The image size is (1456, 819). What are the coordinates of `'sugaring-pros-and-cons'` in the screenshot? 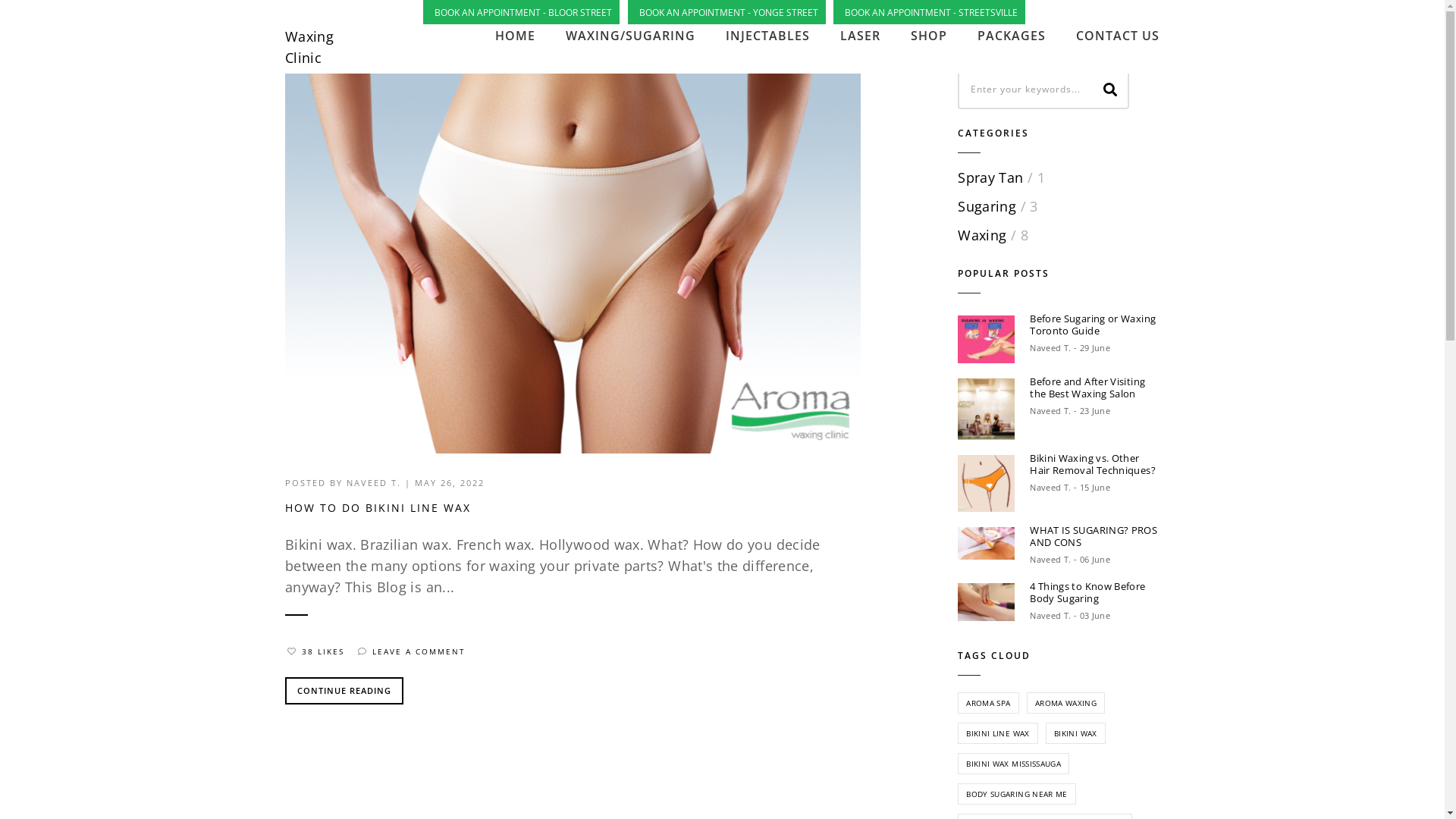 It's located at (986, 542).